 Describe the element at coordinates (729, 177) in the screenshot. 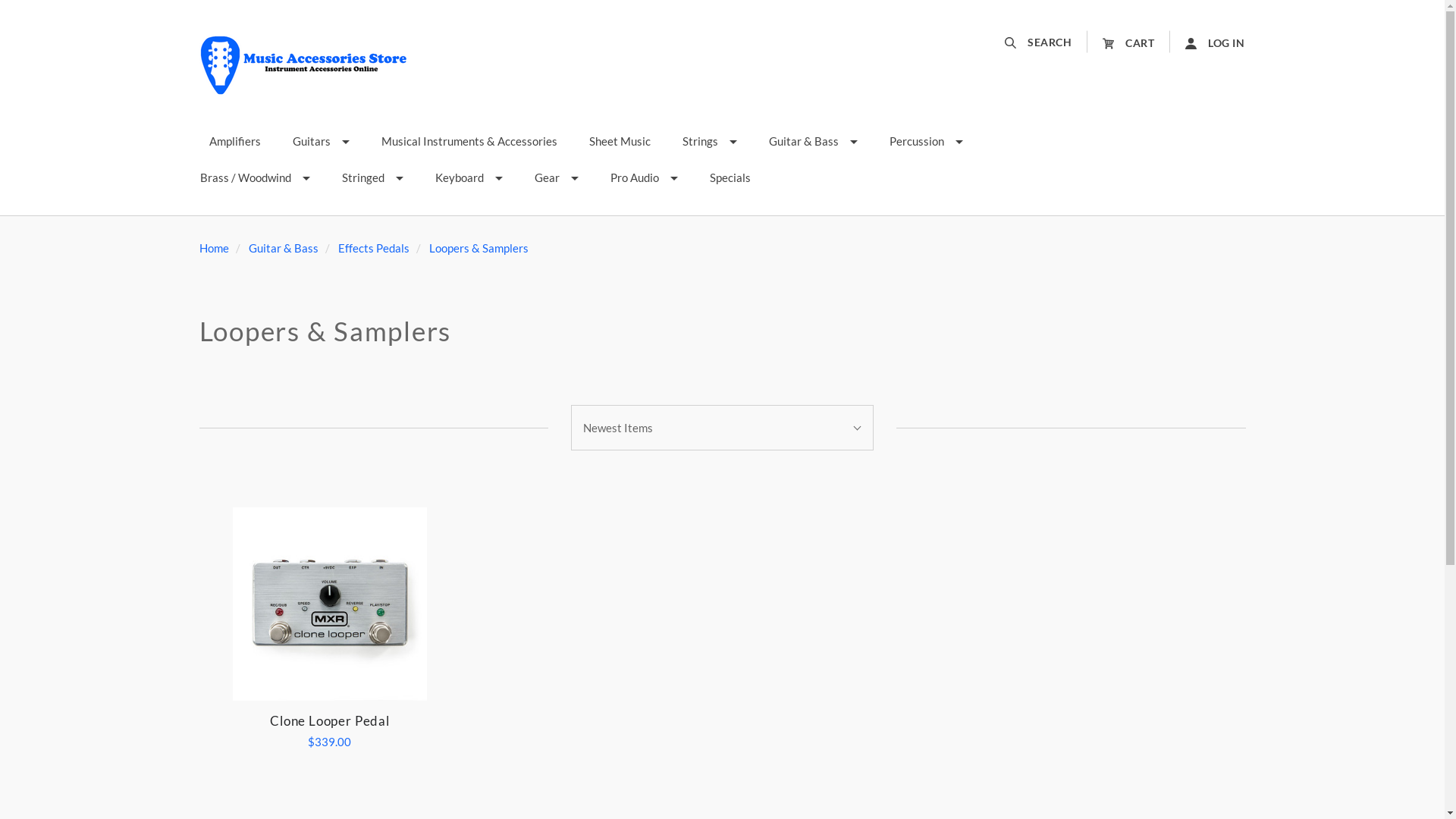

I see `'Specials'` at that location.